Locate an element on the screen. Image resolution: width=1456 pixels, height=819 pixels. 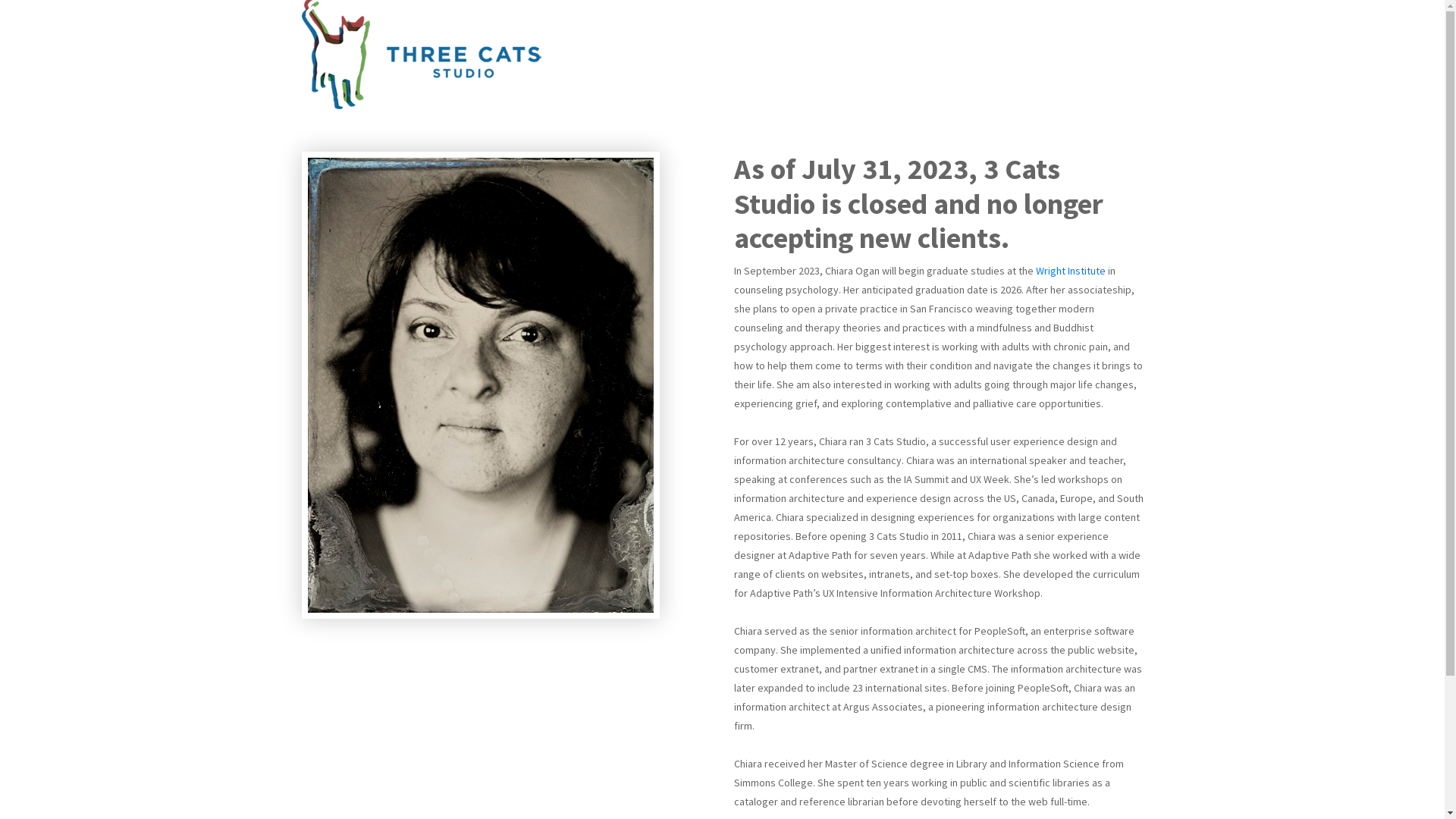
'Wright Institute' is located at coordinates (1069, 270).